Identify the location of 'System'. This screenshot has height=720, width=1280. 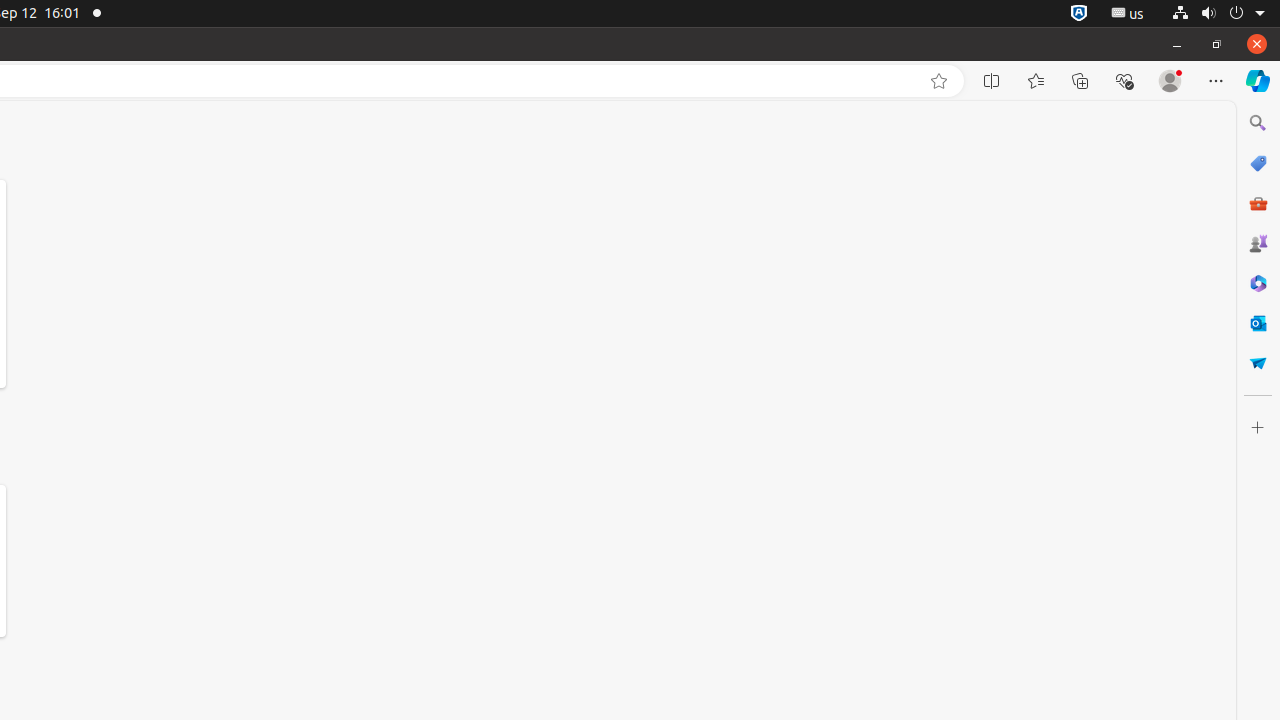
(1217, 13).